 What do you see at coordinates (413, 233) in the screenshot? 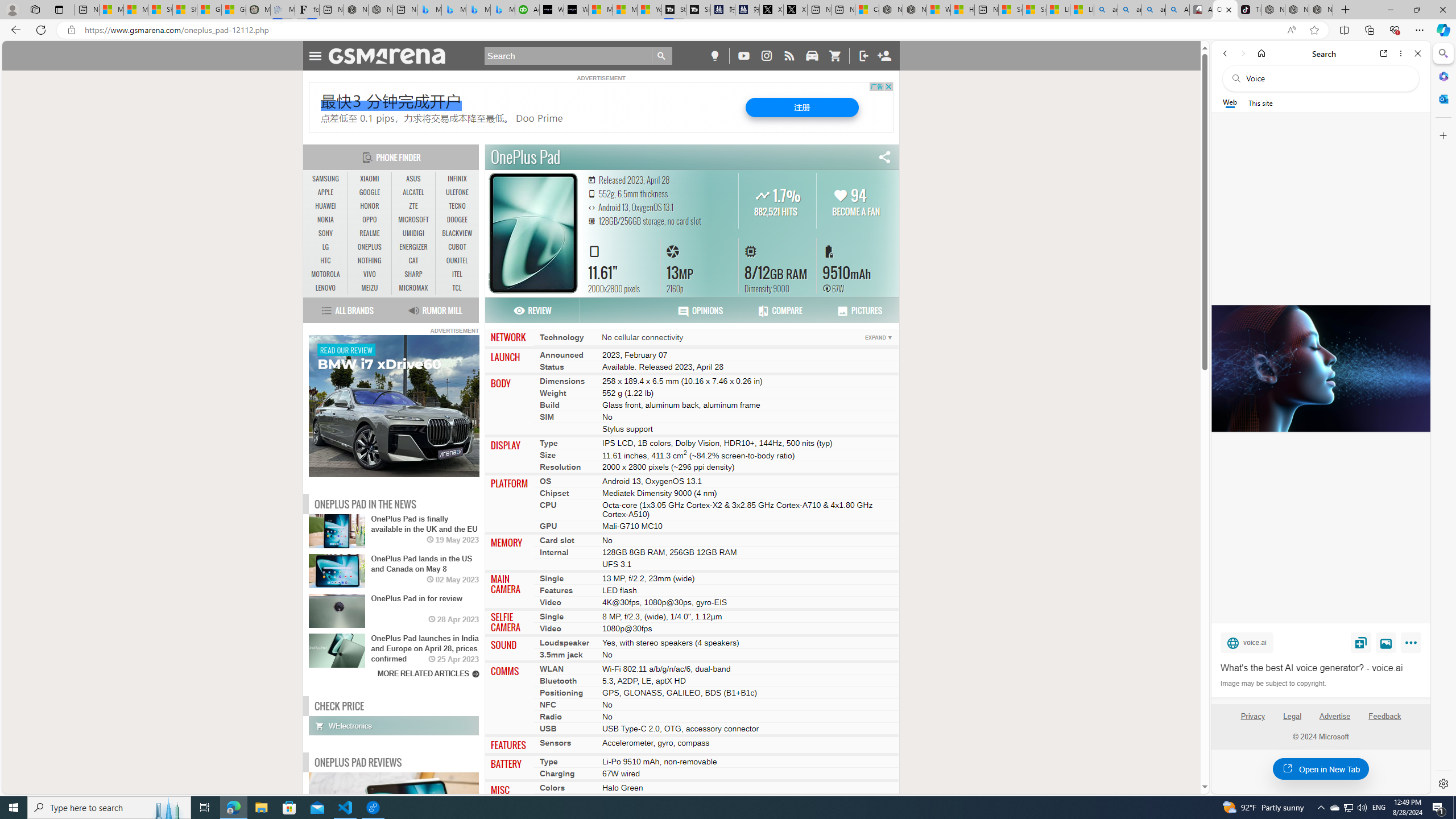
I see `'UMIDIGI'` at bounding box center [413, 233].